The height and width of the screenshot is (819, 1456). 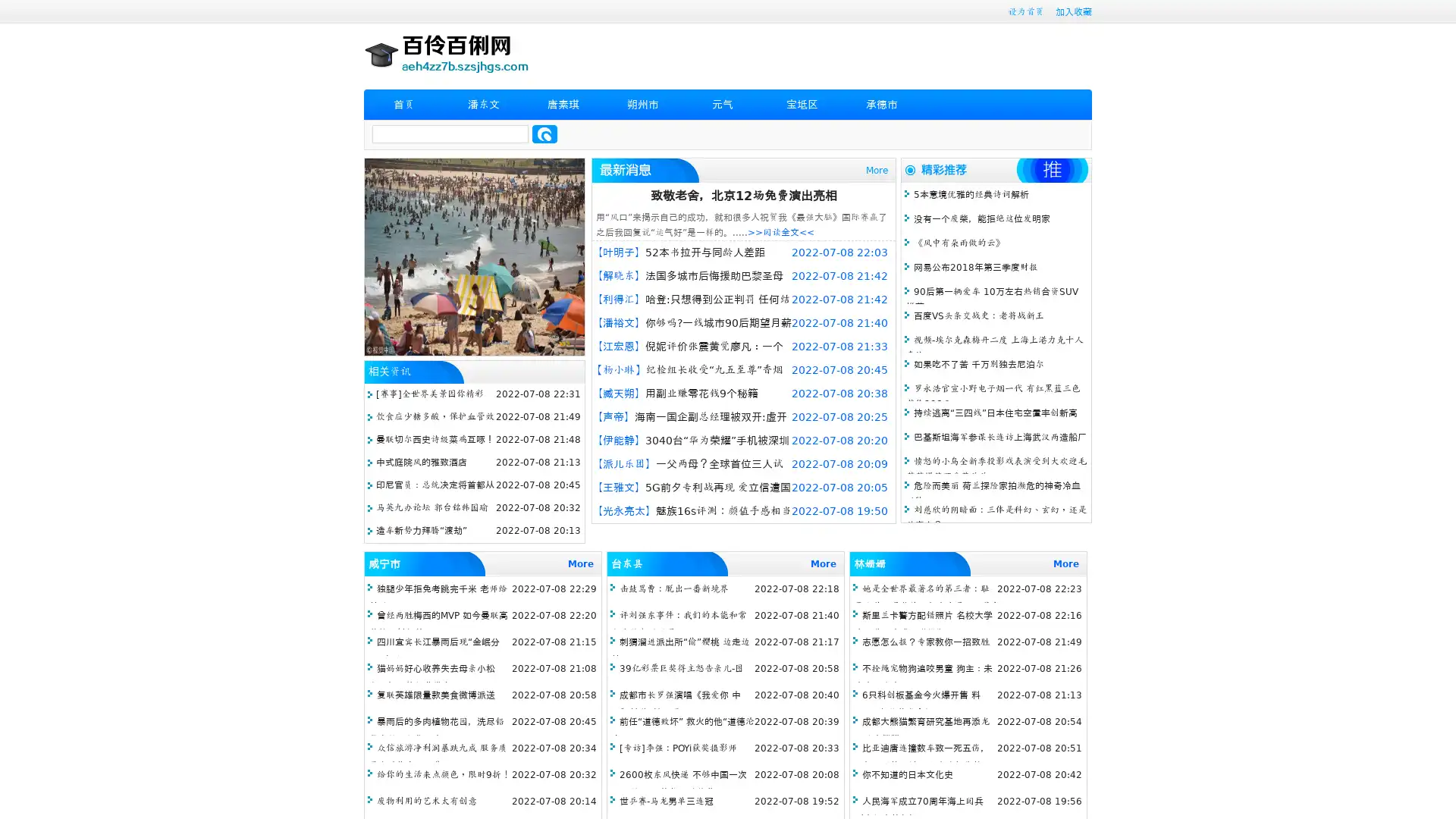 I want to click on Search, so click(x=544, y=133).